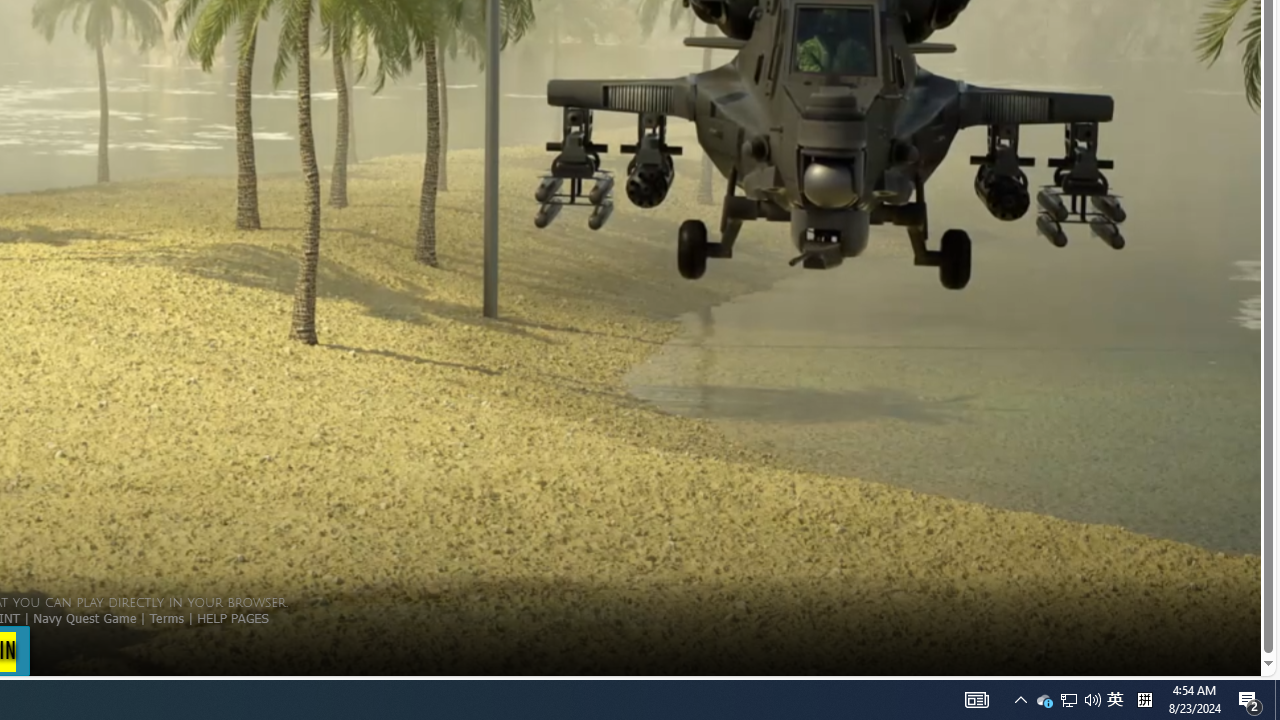 This screenshot has height=720, width=1280. Describe the element at coordinates (84, 616) in the screenshot. I see `'Navy Quest Game'` at that location.